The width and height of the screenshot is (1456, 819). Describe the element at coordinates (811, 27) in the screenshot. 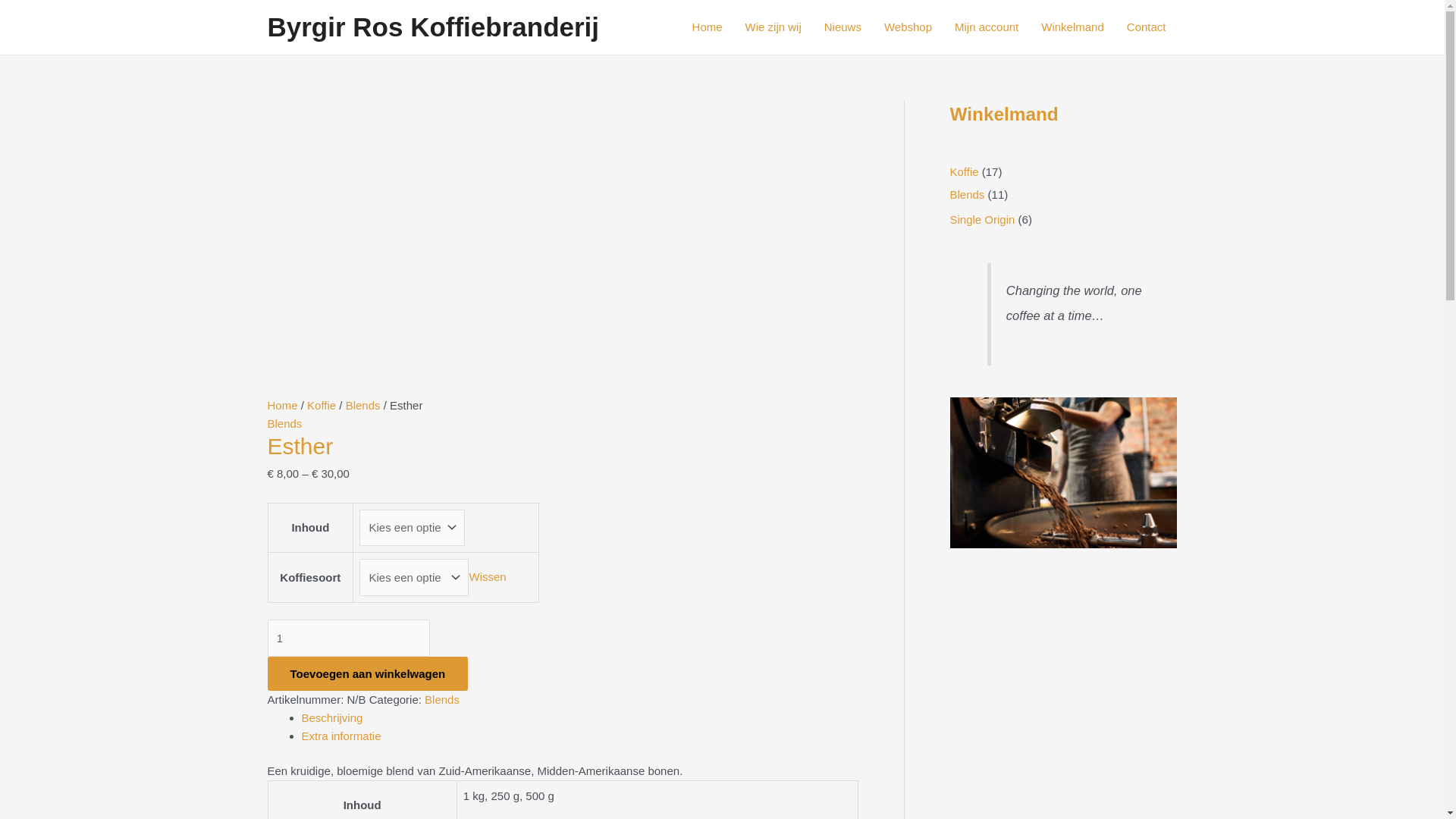

I see `'Nieuws'` at that location.